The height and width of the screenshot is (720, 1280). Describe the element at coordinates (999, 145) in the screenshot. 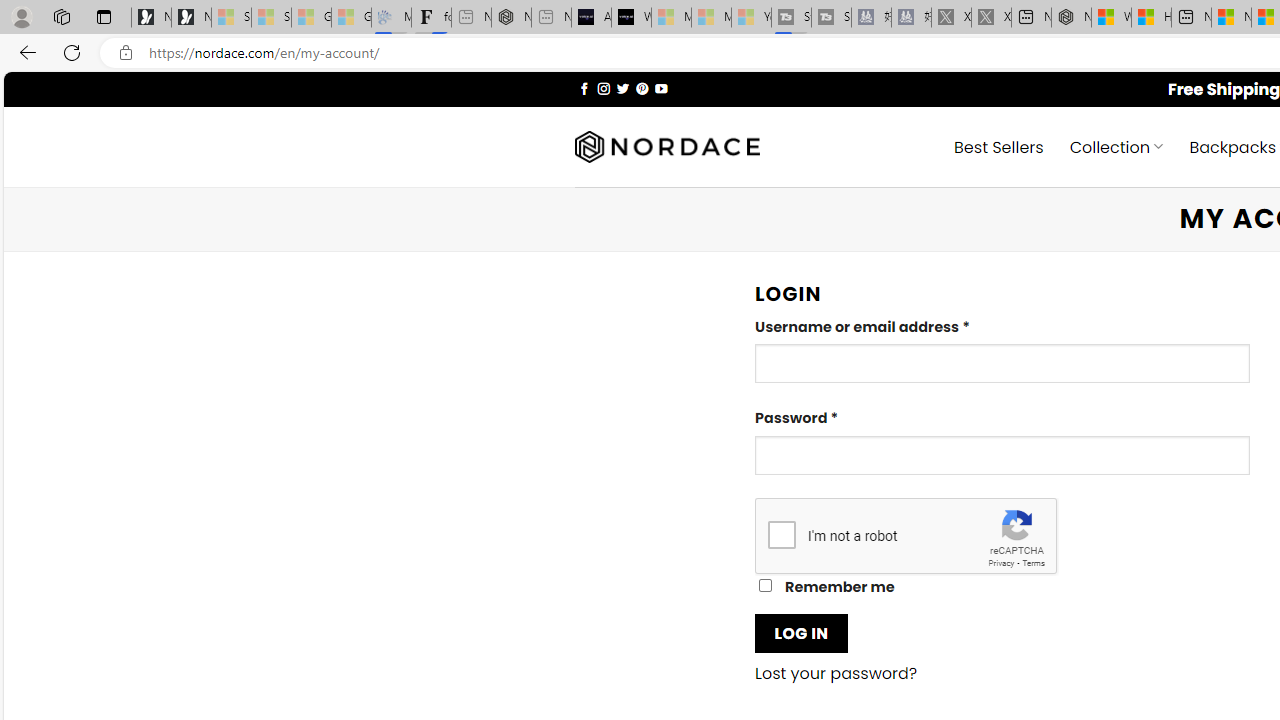

I see `'  Best Sellers'` at that location.